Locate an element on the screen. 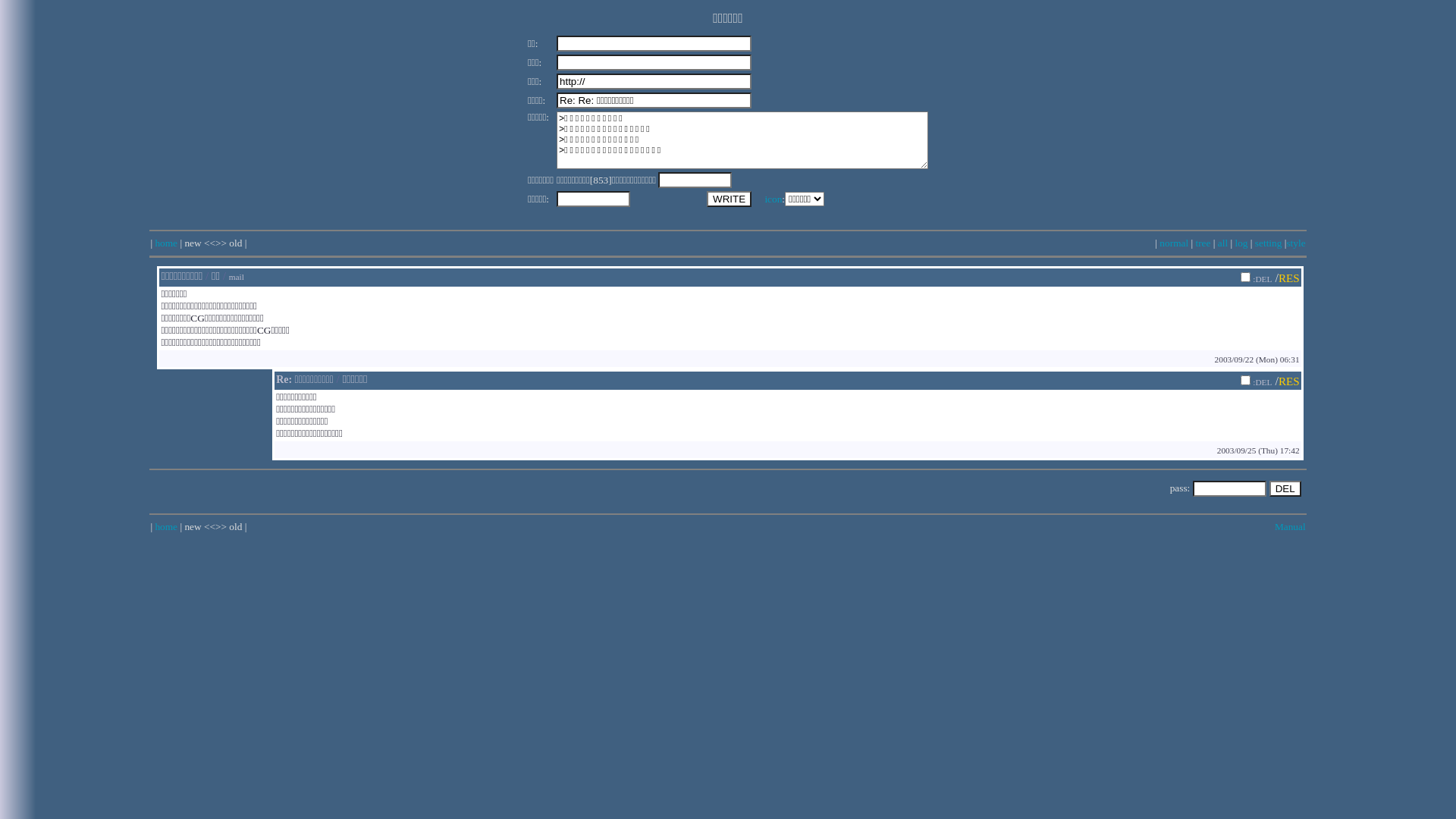 The width and height of the screenshot is (1456, 819). 'all' is located at coordinates (1218, 242).